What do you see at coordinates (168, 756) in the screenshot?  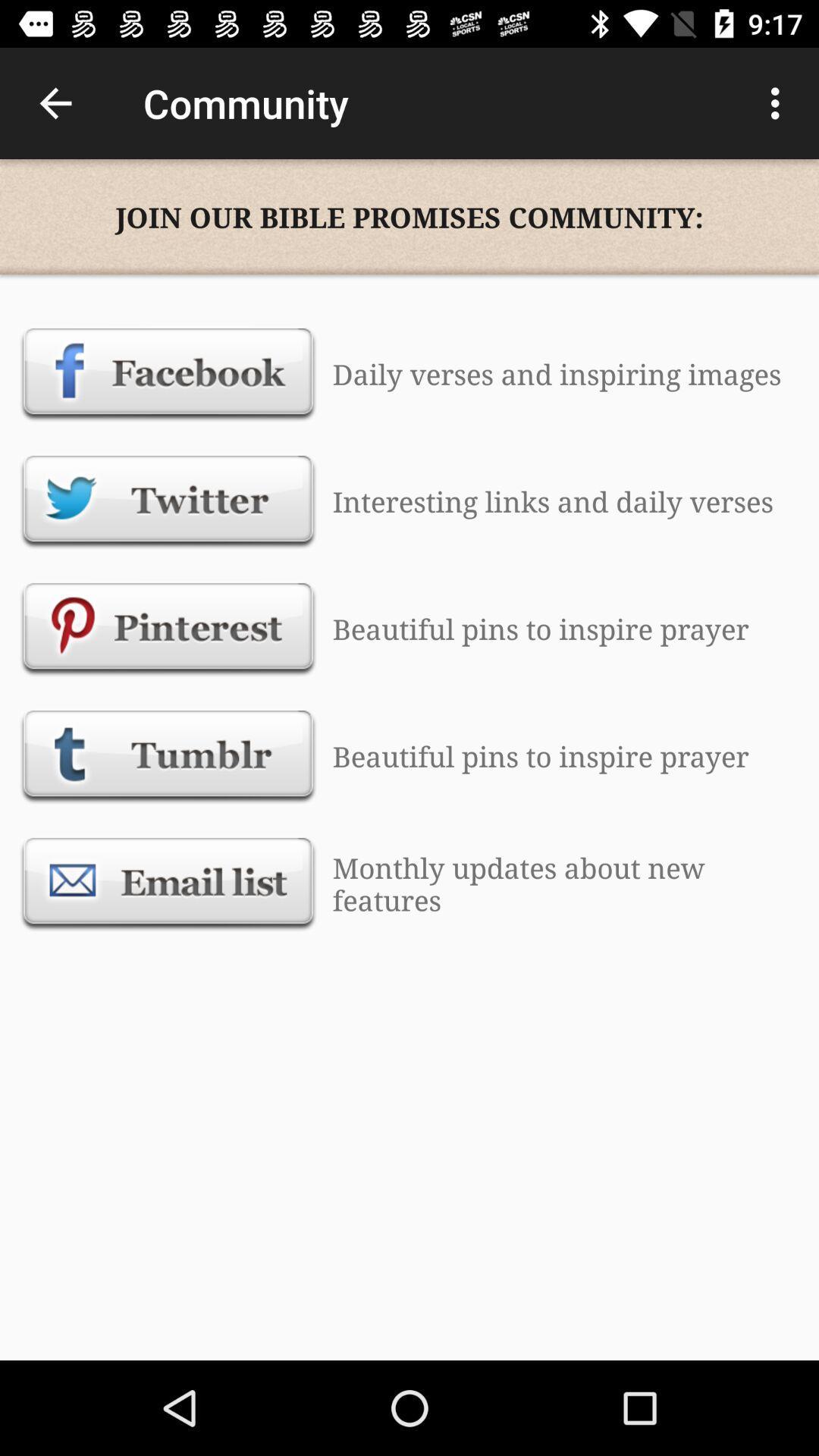 I see `tumblr` at bounding box center [168, 756].